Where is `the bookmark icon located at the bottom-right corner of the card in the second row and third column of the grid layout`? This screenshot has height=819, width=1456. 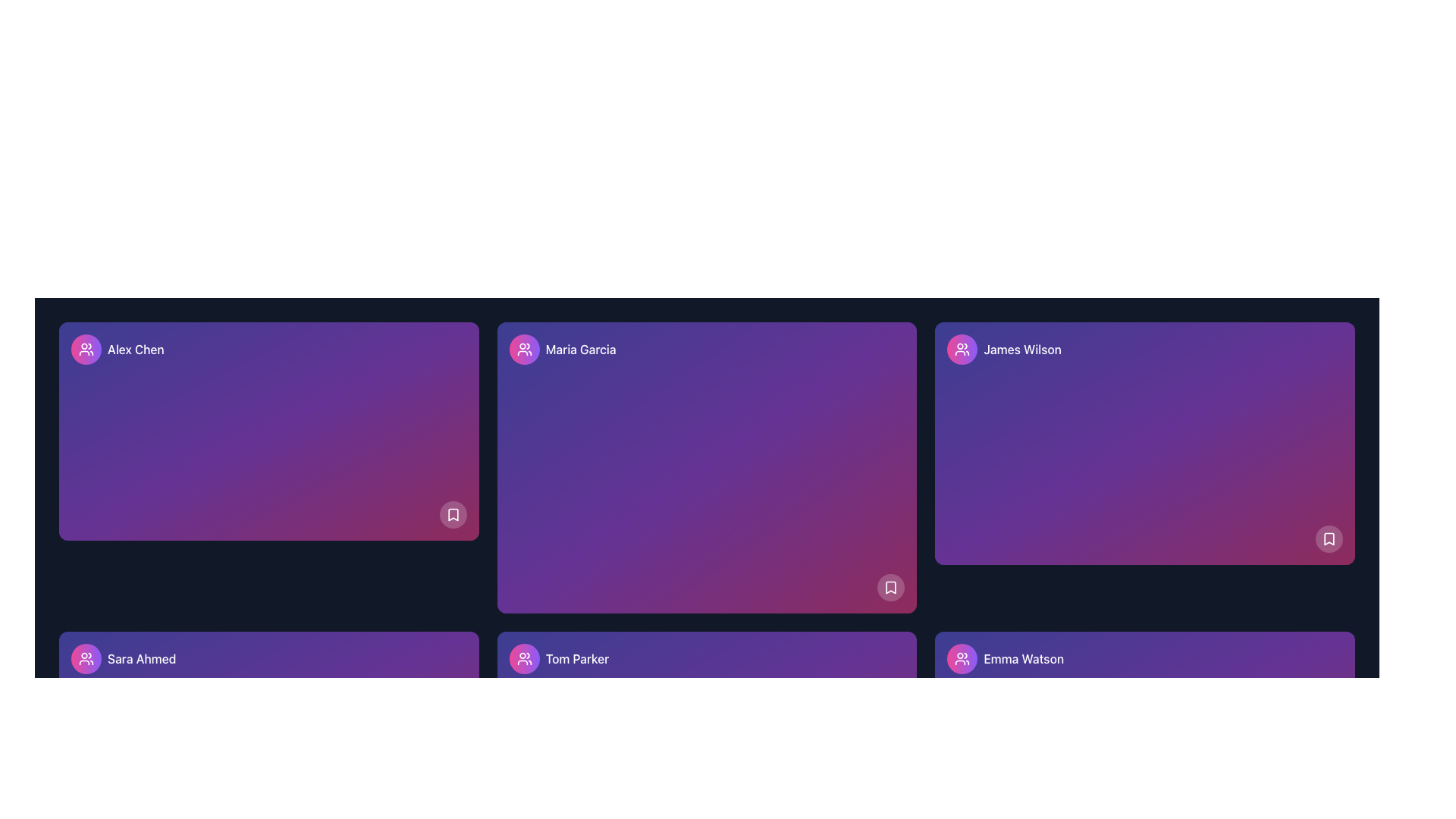
the bookmark icon located at the bottom-right corner of the card in the second row and third column of the grid layout is located at coordinates (1328, 538).